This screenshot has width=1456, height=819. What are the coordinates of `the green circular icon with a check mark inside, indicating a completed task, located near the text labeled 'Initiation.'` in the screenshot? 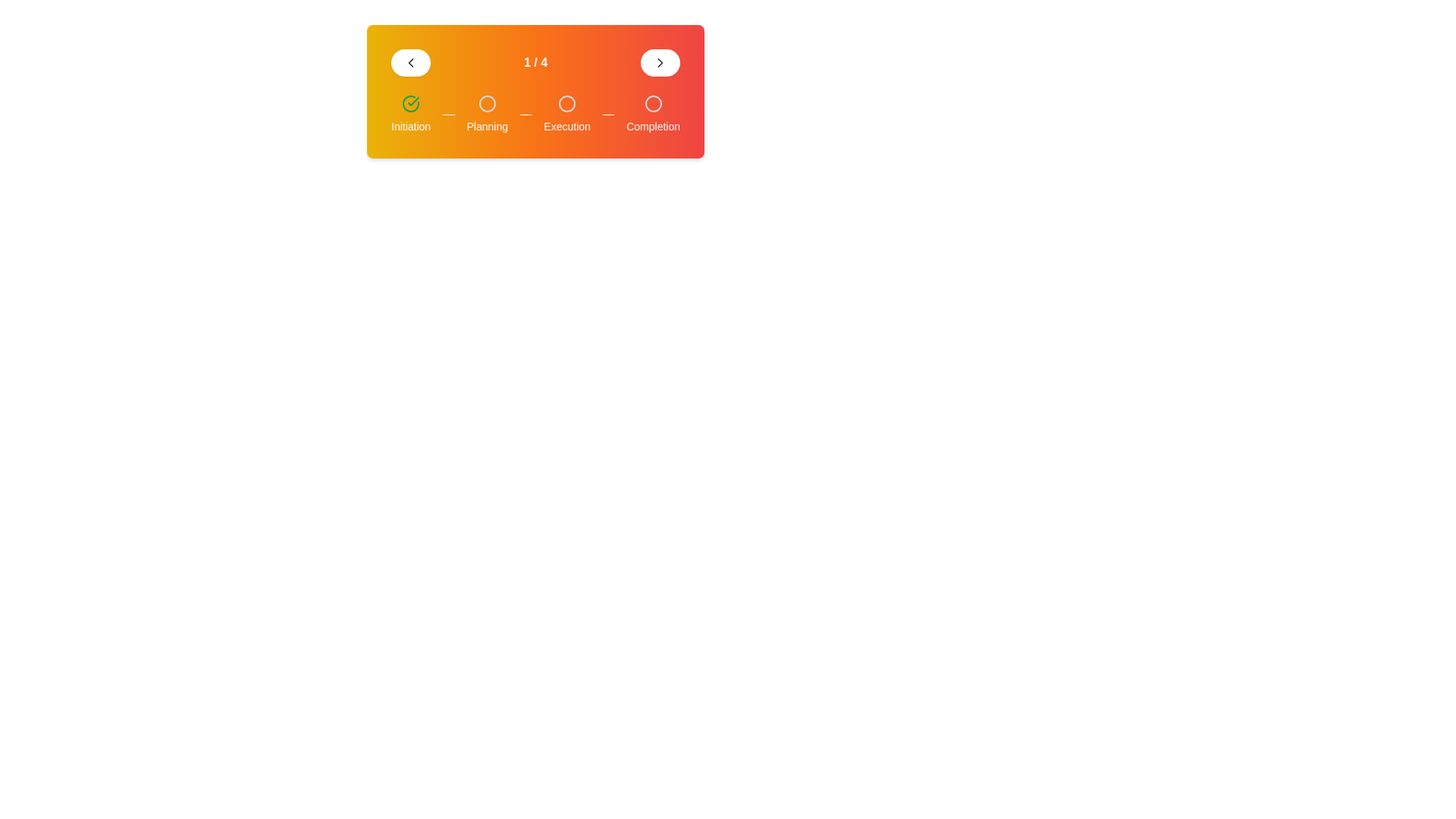 It's located at (411, 103).